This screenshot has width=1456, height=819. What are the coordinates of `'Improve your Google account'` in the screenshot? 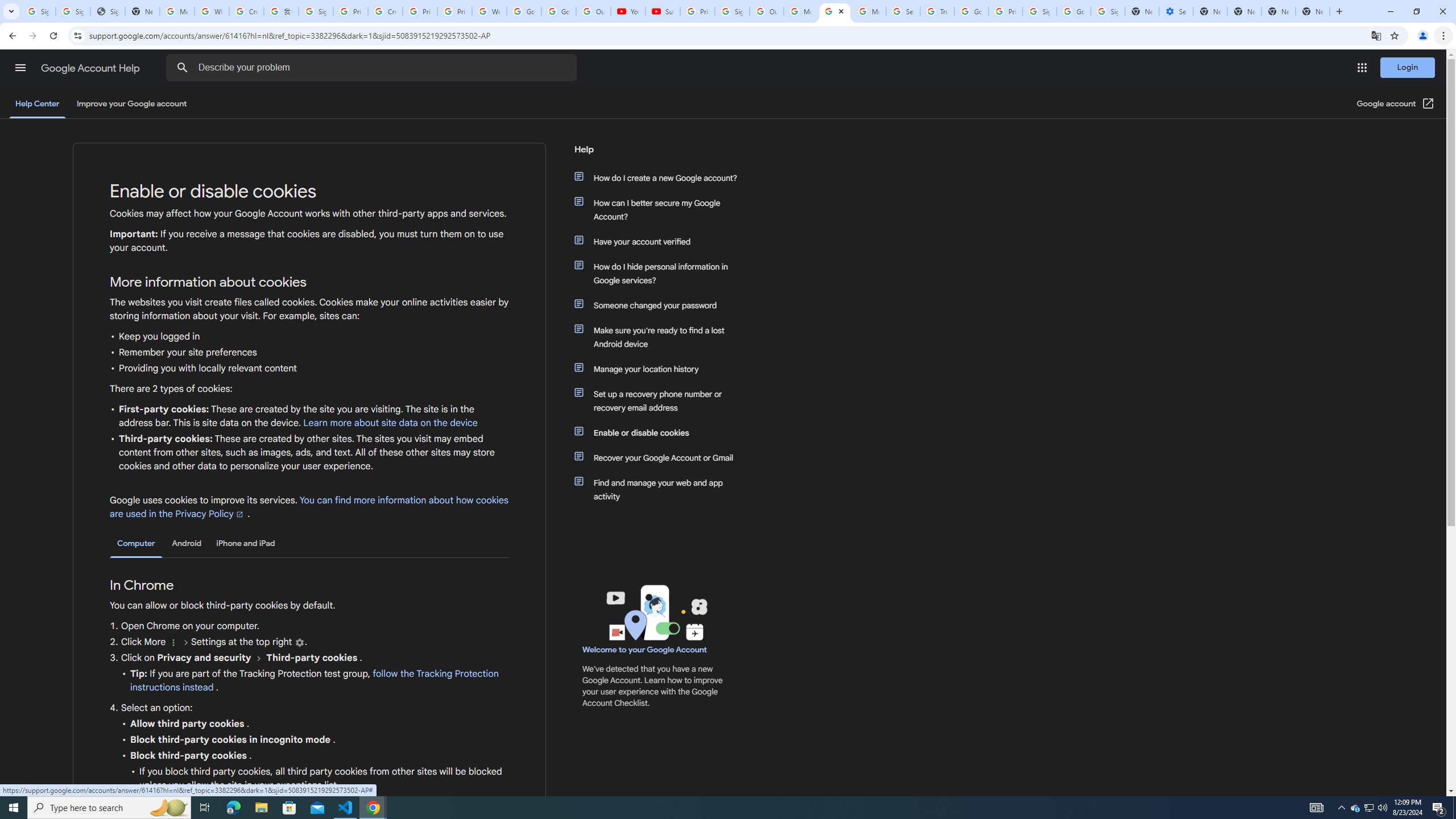 It's located at (131, 103).